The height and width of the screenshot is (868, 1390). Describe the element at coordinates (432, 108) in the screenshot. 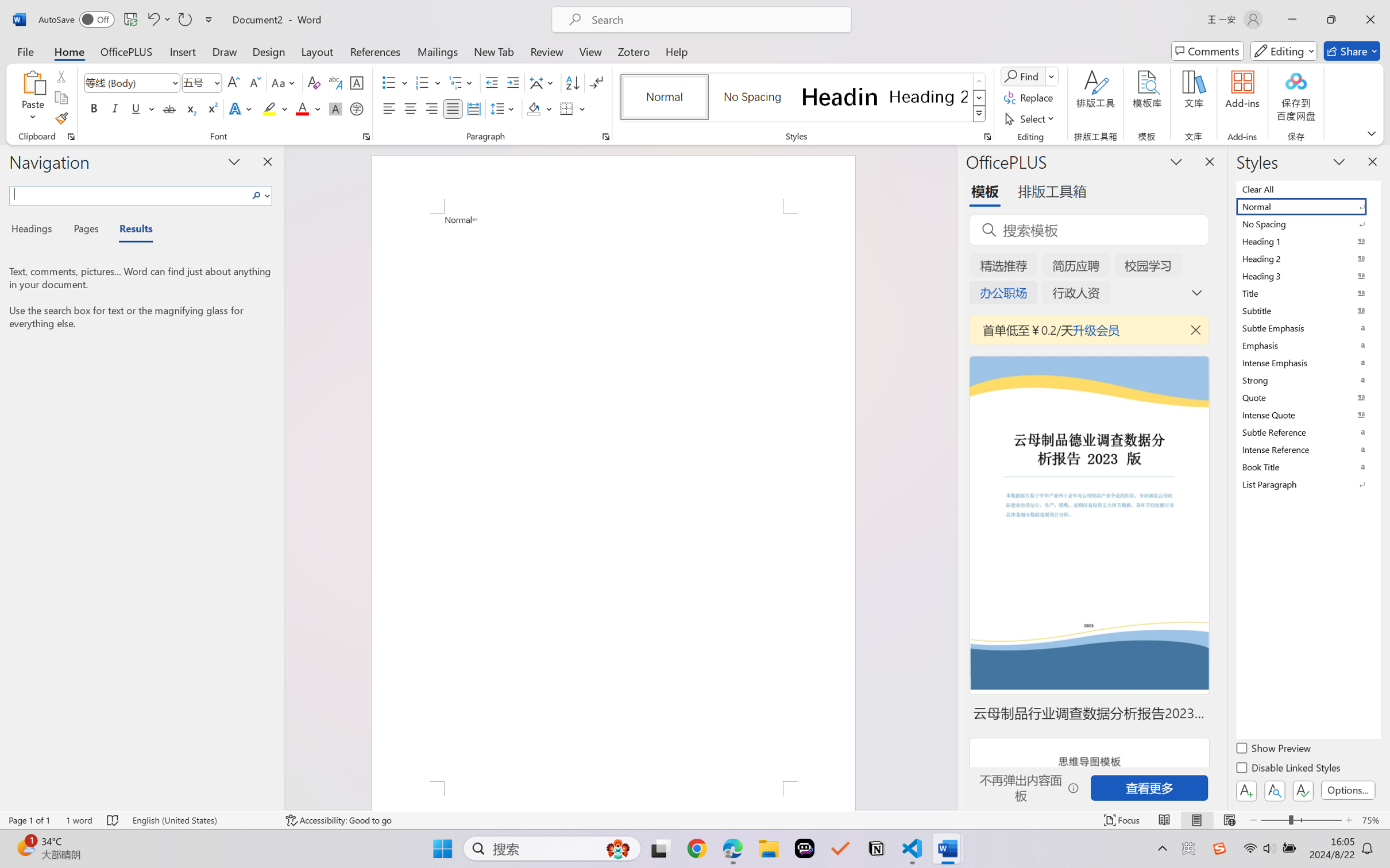

I see `'Align Right'` at that location.